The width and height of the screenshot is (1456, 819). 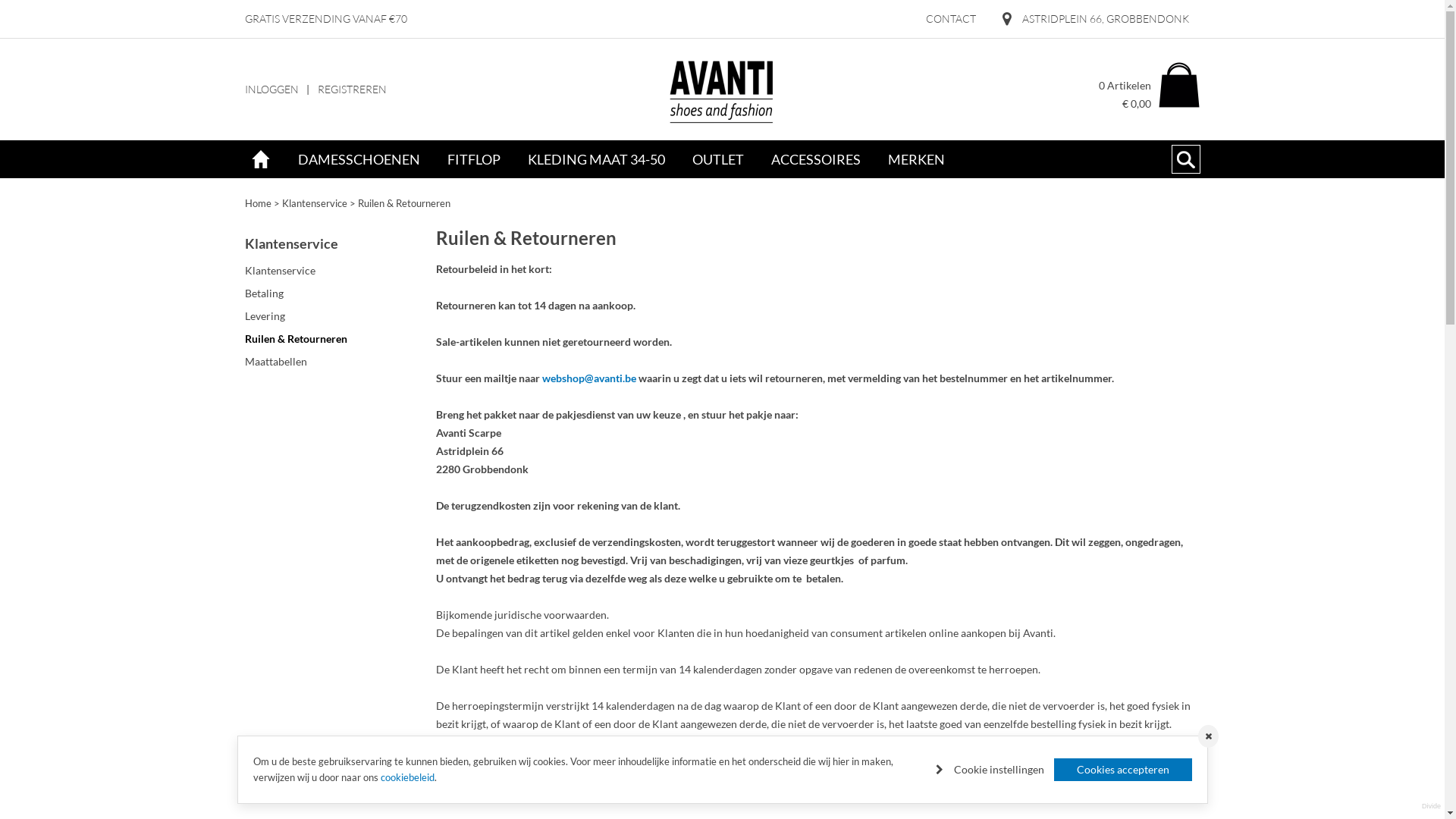 What do you see at coordinates (271, 89) in the screenshot?
I see `'INLOGGEN'` at bounding box center [271, 89].